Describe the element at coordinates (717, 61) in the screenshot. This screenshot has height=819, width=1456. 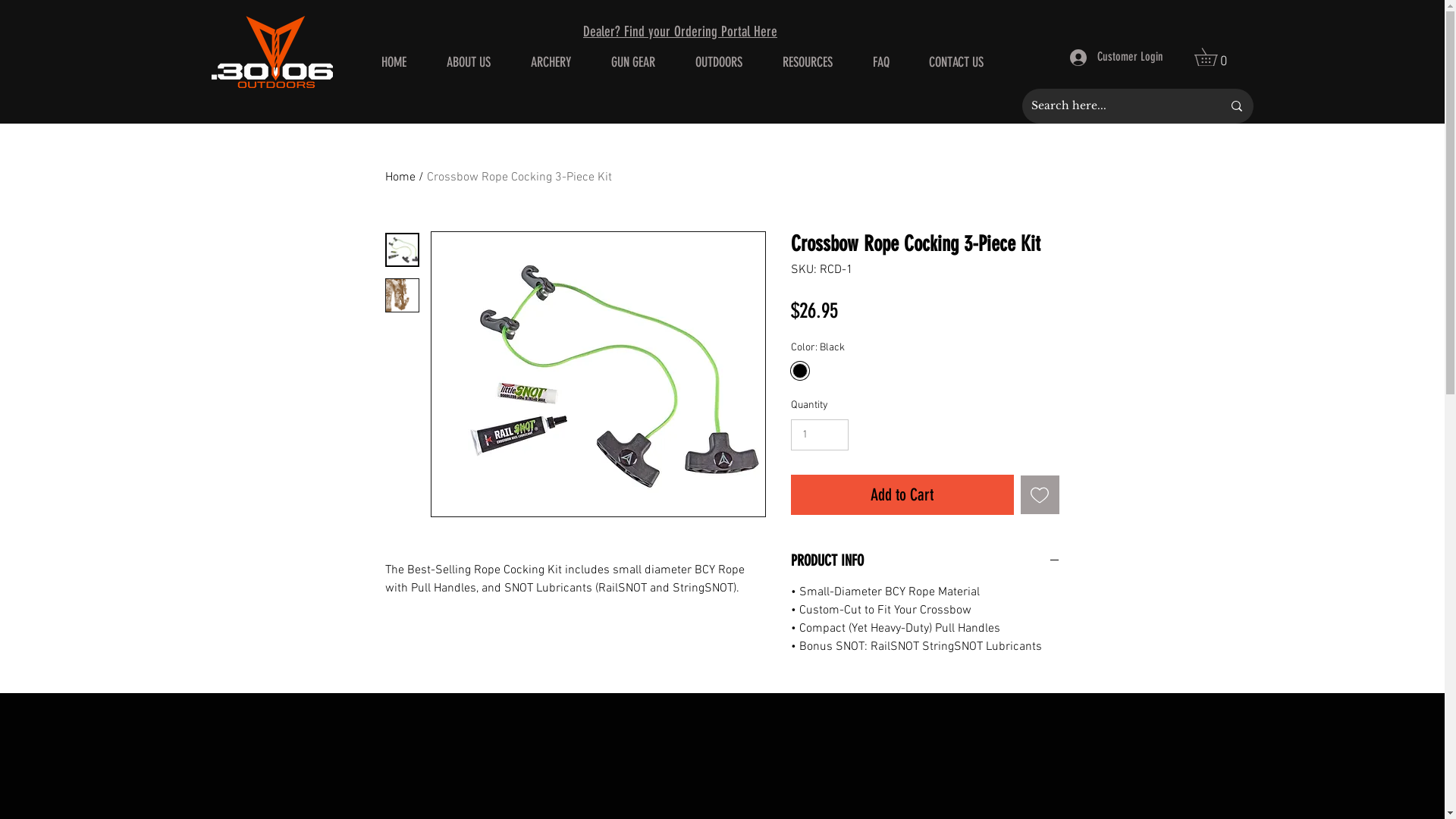
I see `'OUTDOORS'` at that location.